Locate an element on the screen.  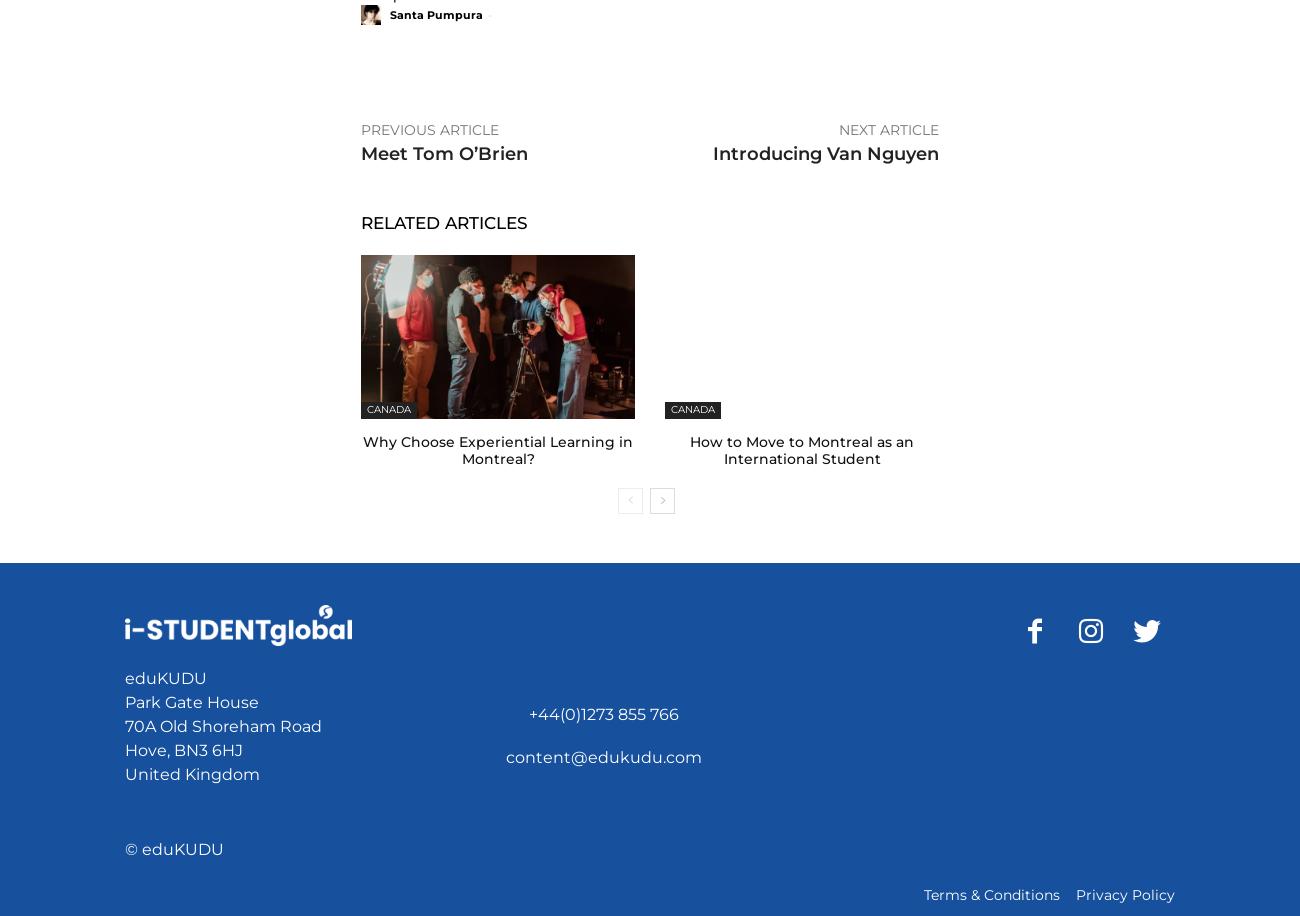
'Privacy Policy' is located at coordinates (1124, 894).